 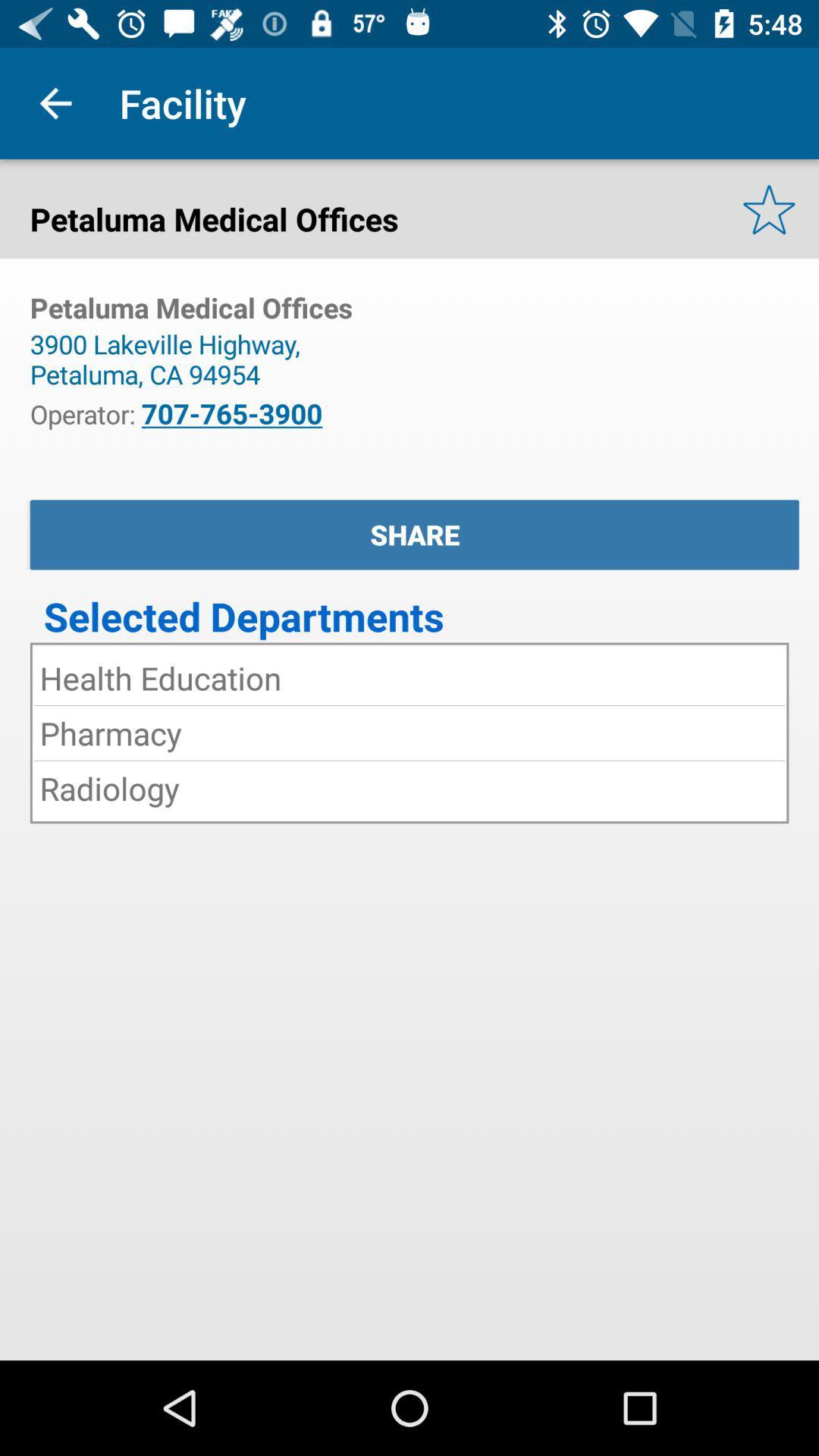 What do you see at coordinates (231, 413) in the screenshot?
I see `707-765-3900` at bounding box center [231, 413].